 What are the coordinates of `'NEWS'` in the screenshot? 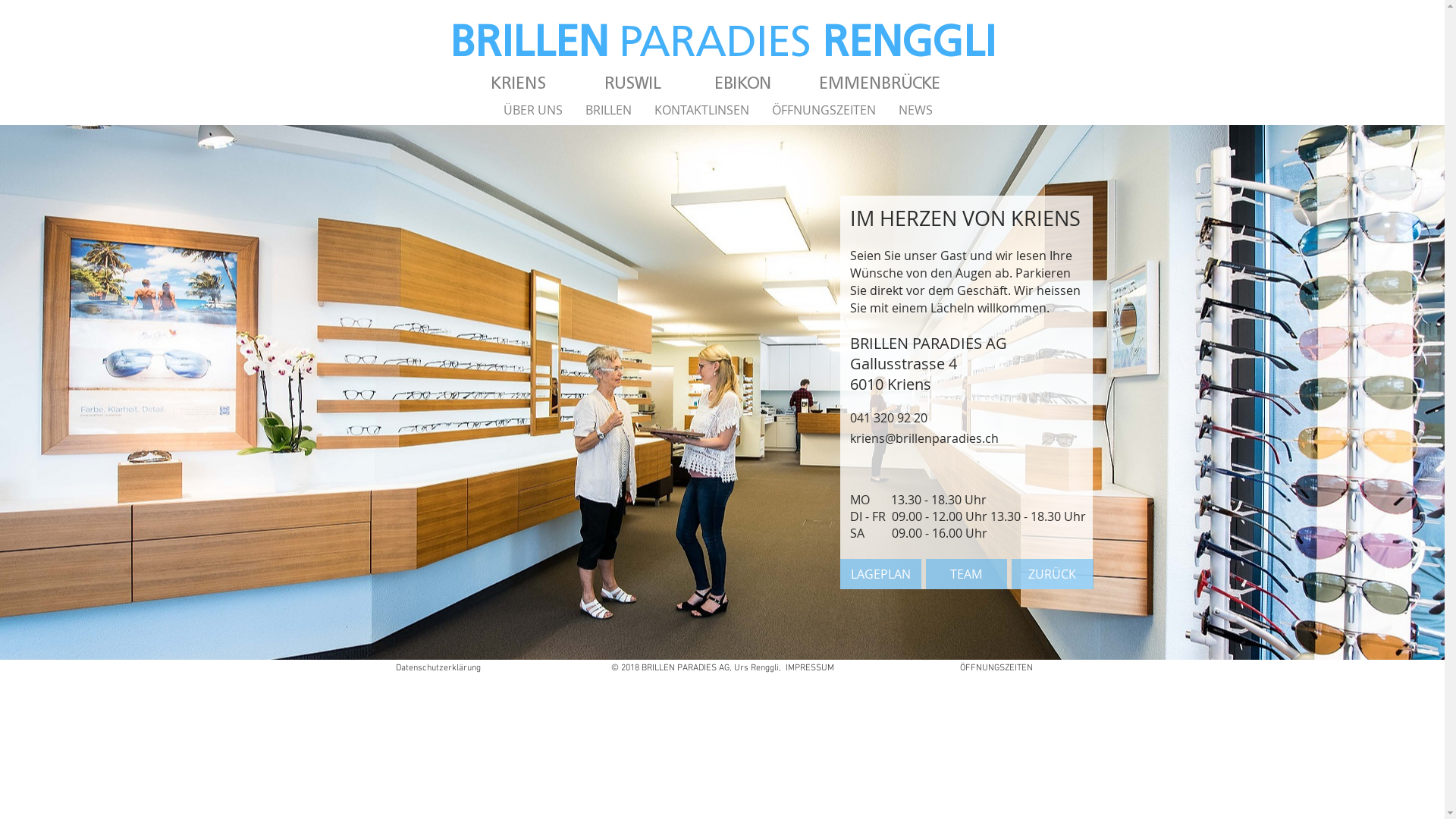 It's located at (887, 109).